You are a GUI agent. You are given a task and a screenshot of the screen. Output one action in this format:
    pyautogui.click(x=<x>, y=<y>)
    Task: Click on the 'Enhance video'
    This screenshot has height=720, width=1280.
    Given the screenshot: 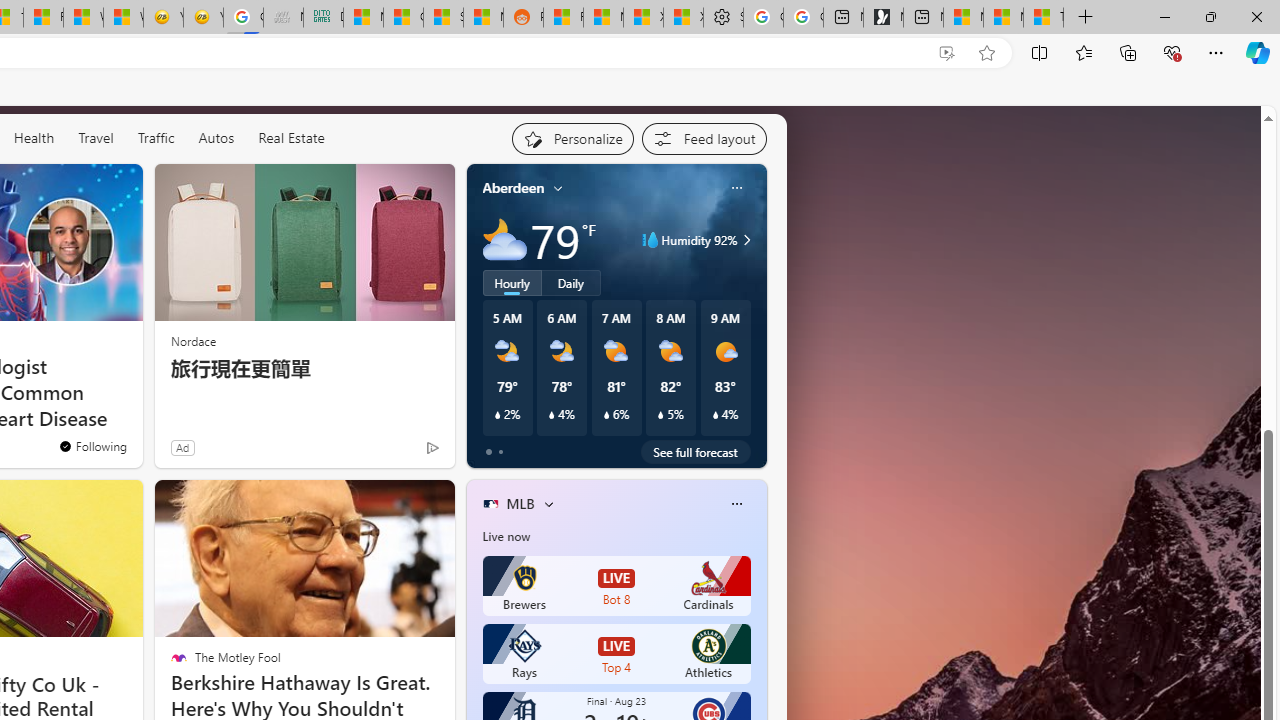 What is the action you would take?
    pyautogui.click(x=945, y=52)
    